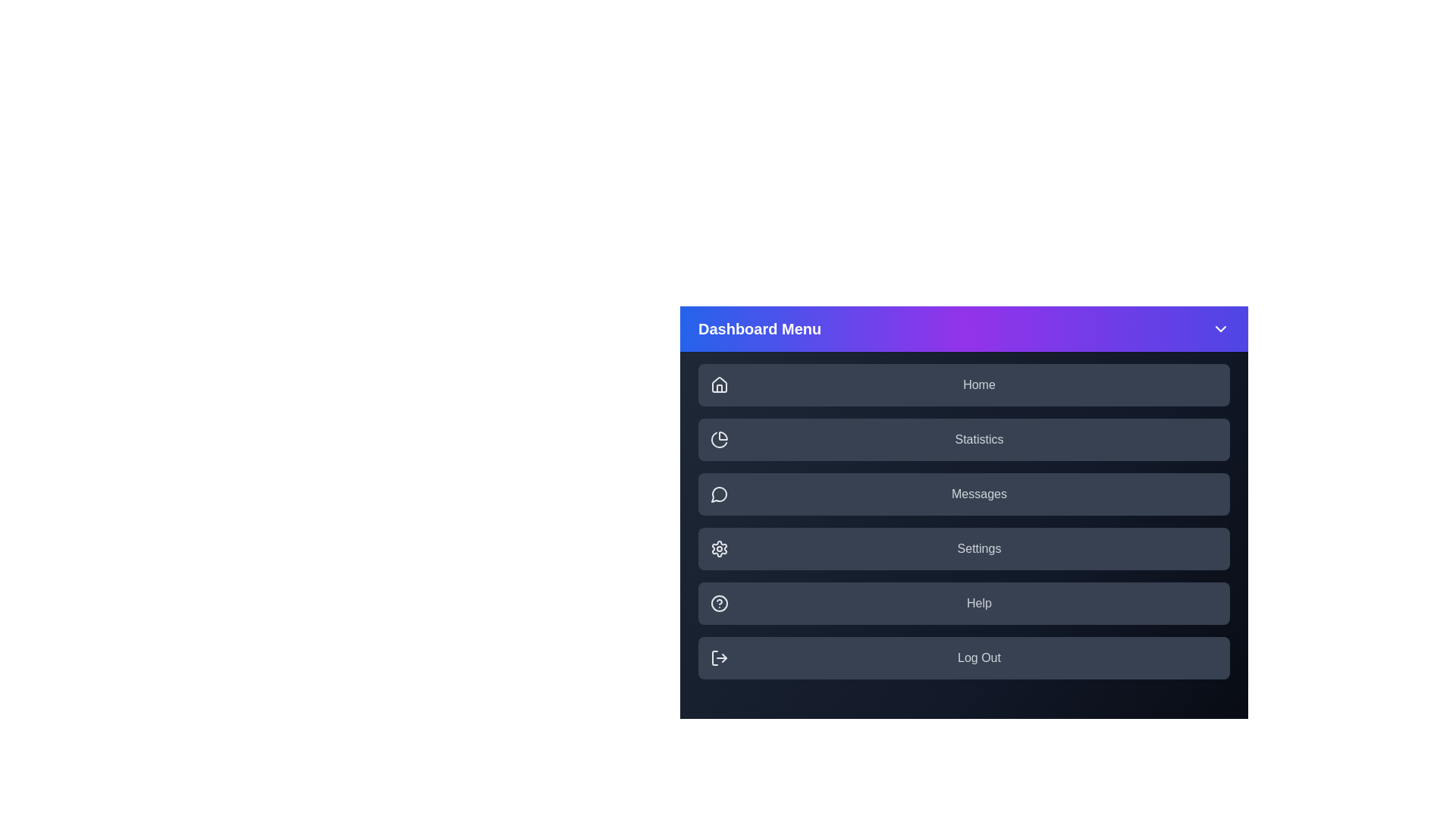 This screenshot has width=1456, height=819. Describe the element at coordinates (963, 602) in the screenshot. I see `the menu item labeled Help` at that location.